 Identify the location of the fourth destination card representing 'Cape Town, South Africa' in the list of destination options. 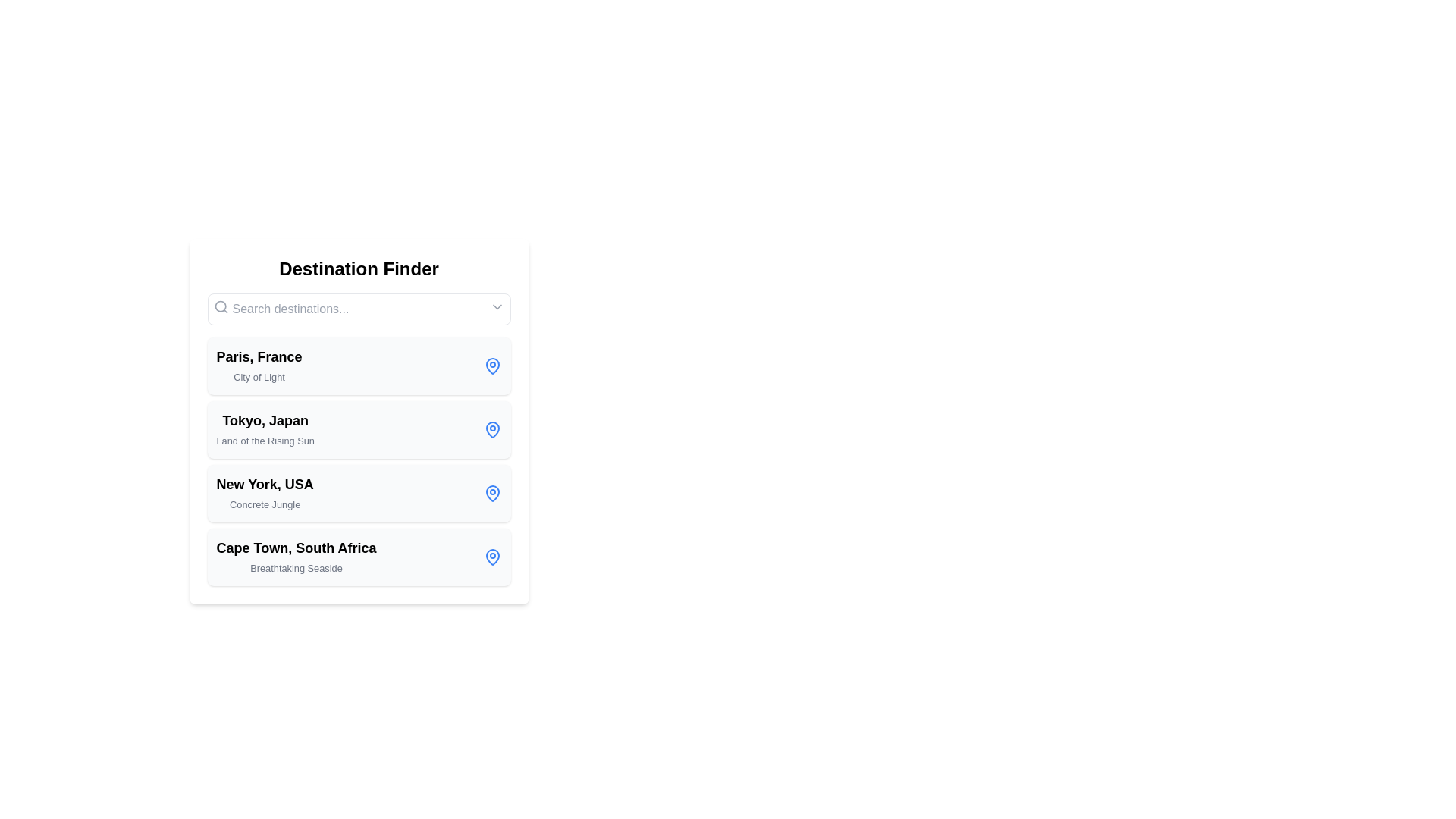
(358, 557).